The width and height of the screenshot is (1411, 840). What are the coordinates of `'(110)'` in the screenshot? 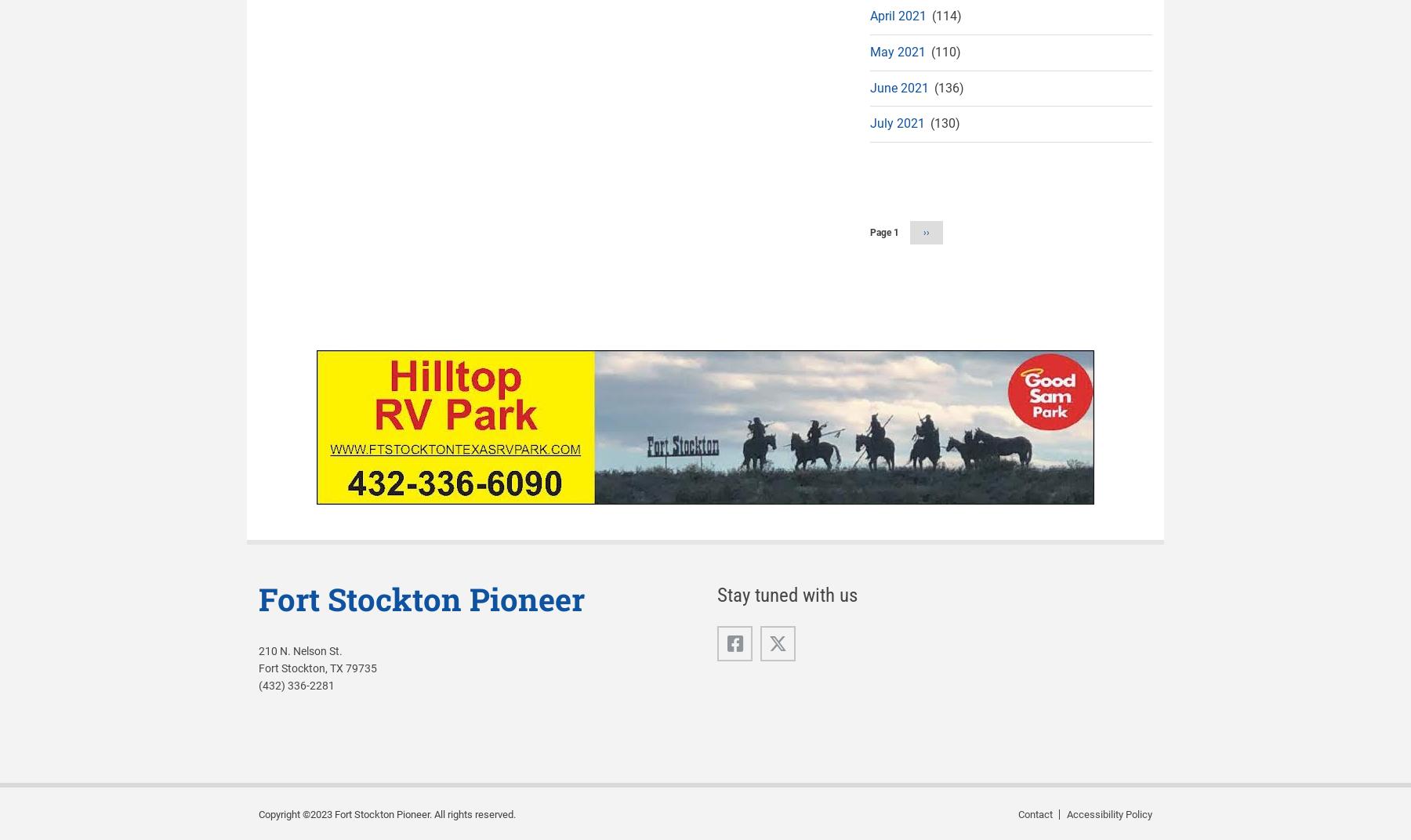 It's located at (943, 50).